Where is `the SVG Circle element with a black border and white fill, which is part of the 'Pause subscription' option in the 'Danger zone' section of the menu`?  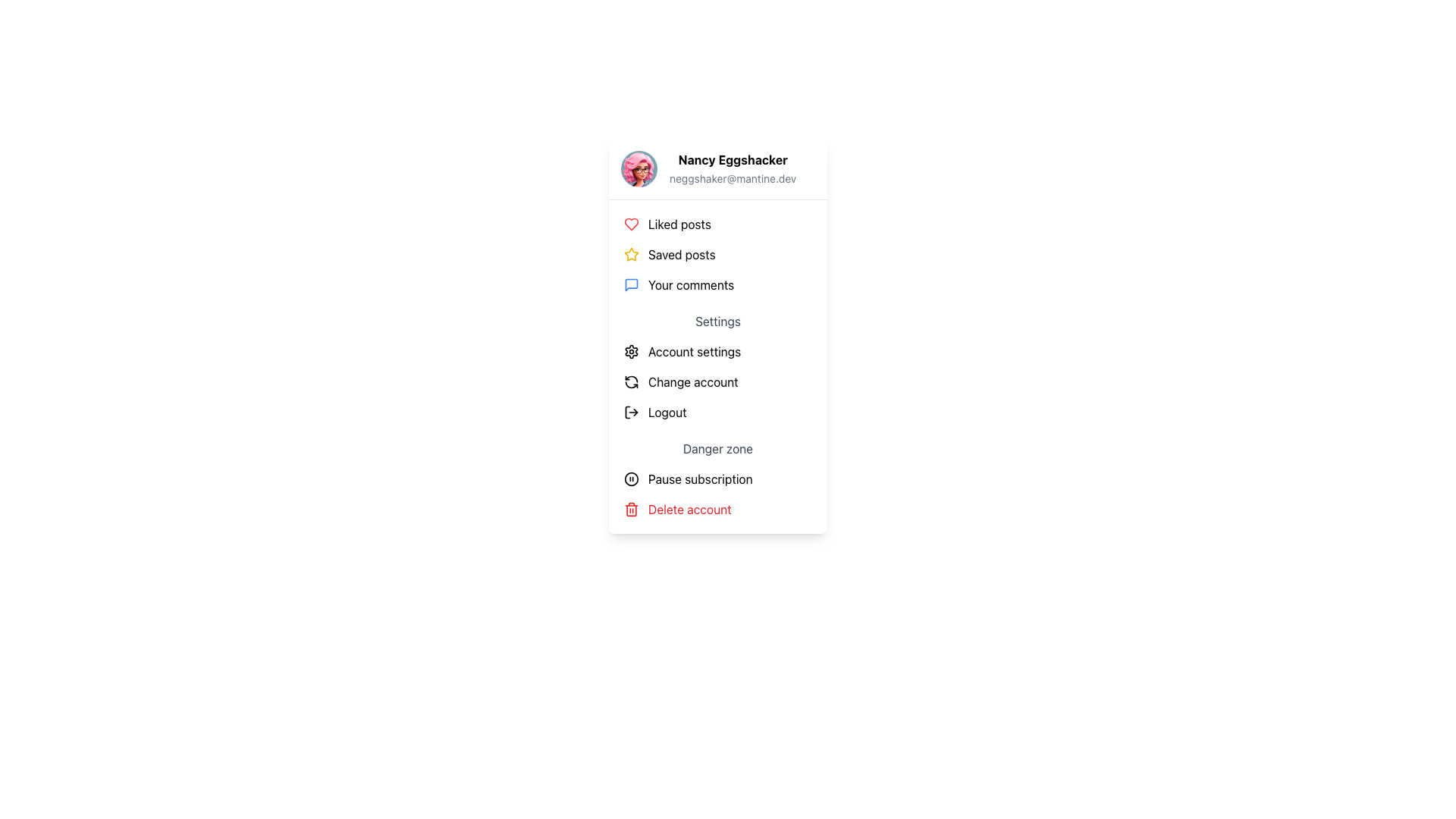 the SVG Circle element with a black border and white fill, which is part of the 'Pause subscription' option in the 'Danger zone' section of the menu is located at coordinates (632, 479).